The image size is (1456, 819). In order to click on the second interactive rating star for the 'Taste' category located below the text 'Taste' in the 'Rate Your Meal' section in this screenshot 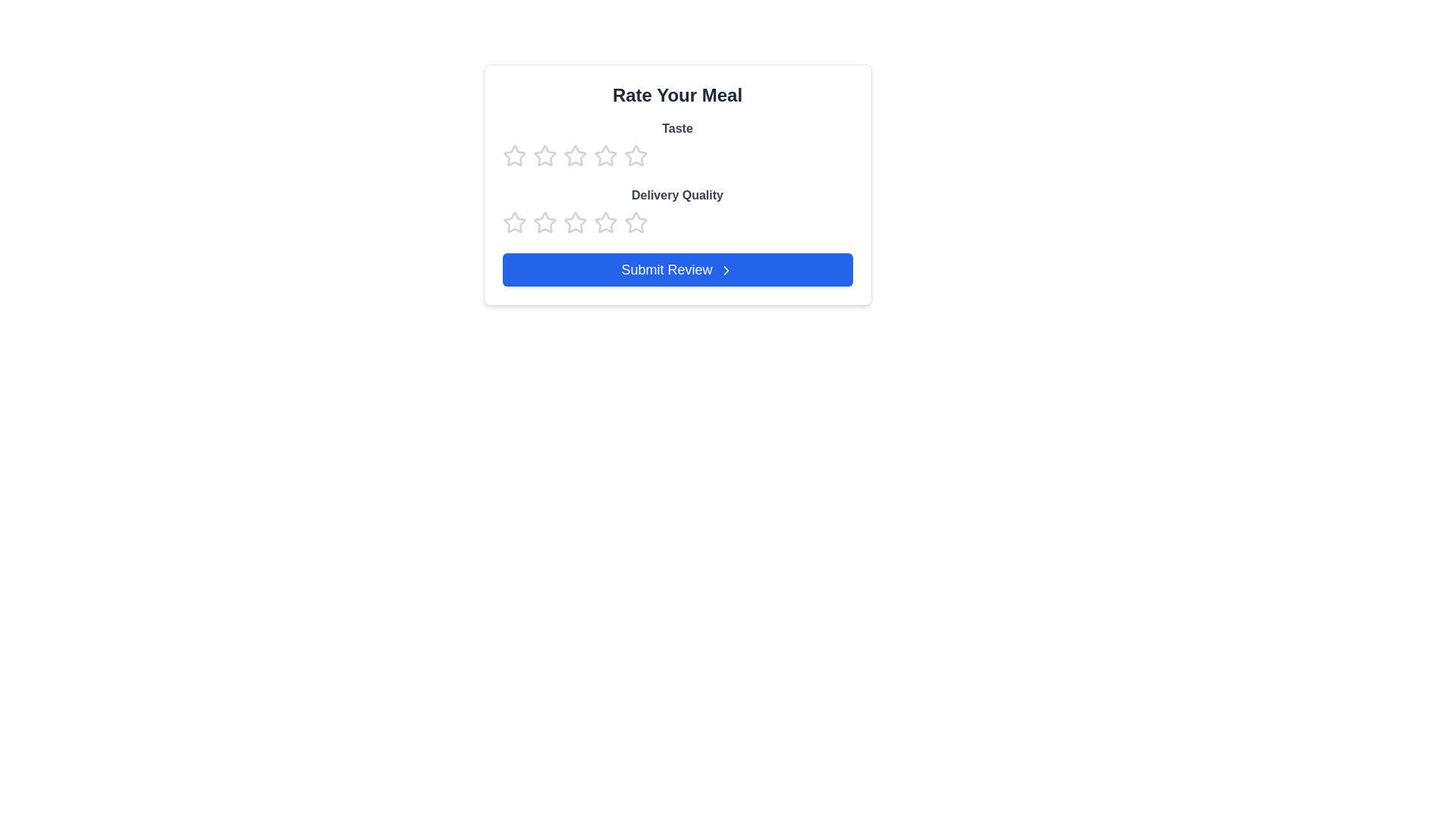, I will do `click(574, 155)`.